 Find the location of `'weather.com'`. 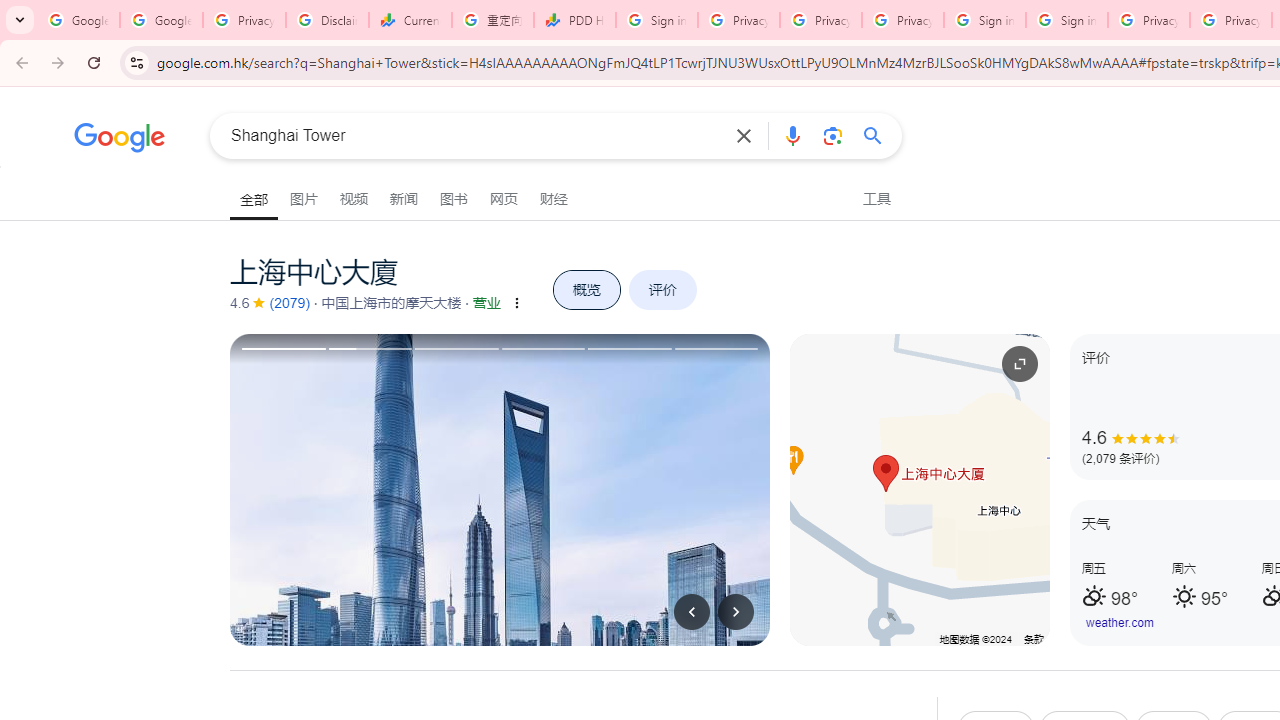

'weather.com' is located at coordinates (1120, 622).